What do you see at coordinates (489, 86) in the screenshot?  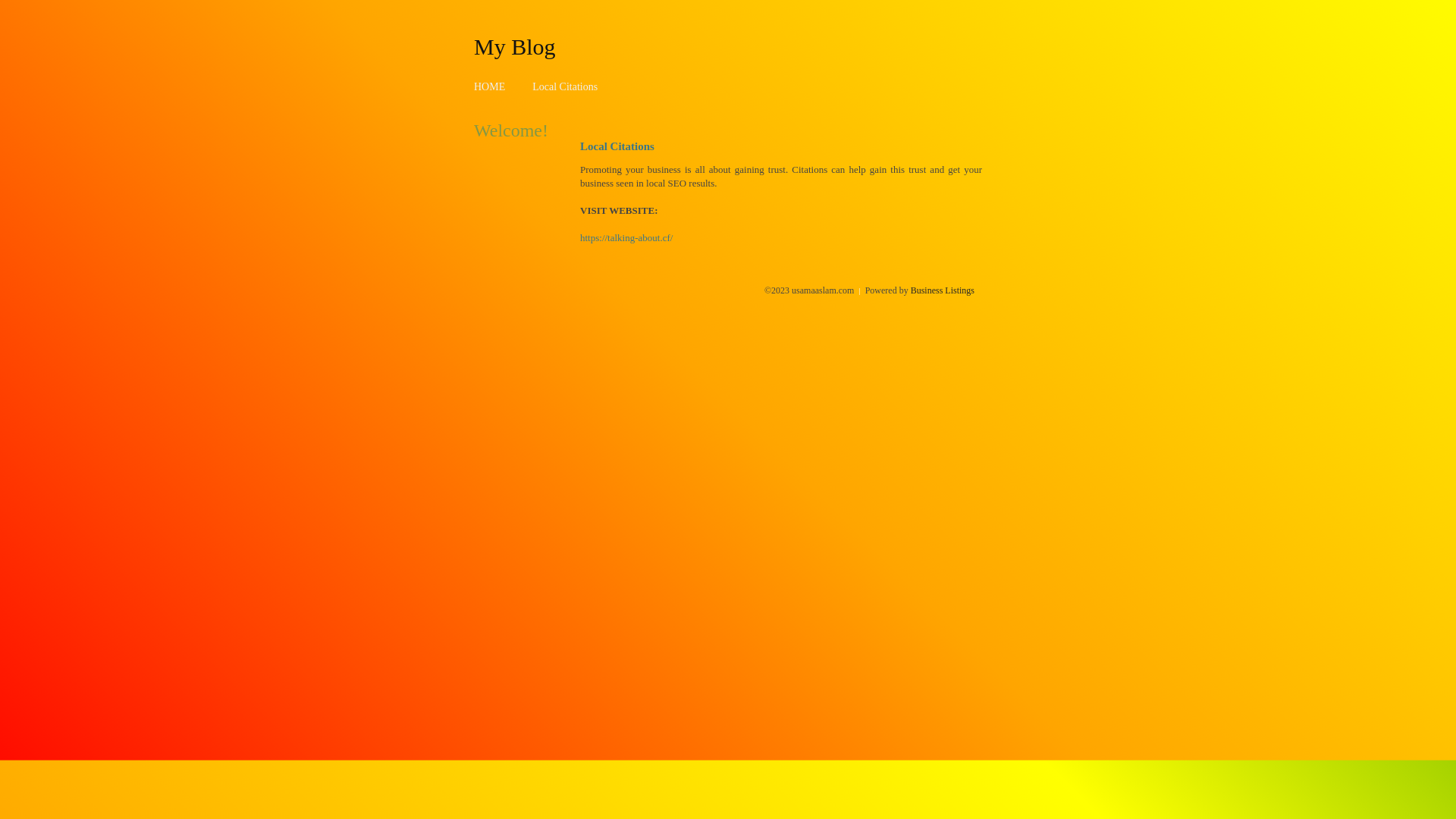 I see `'HOME'` at bounding box center [489, 86].